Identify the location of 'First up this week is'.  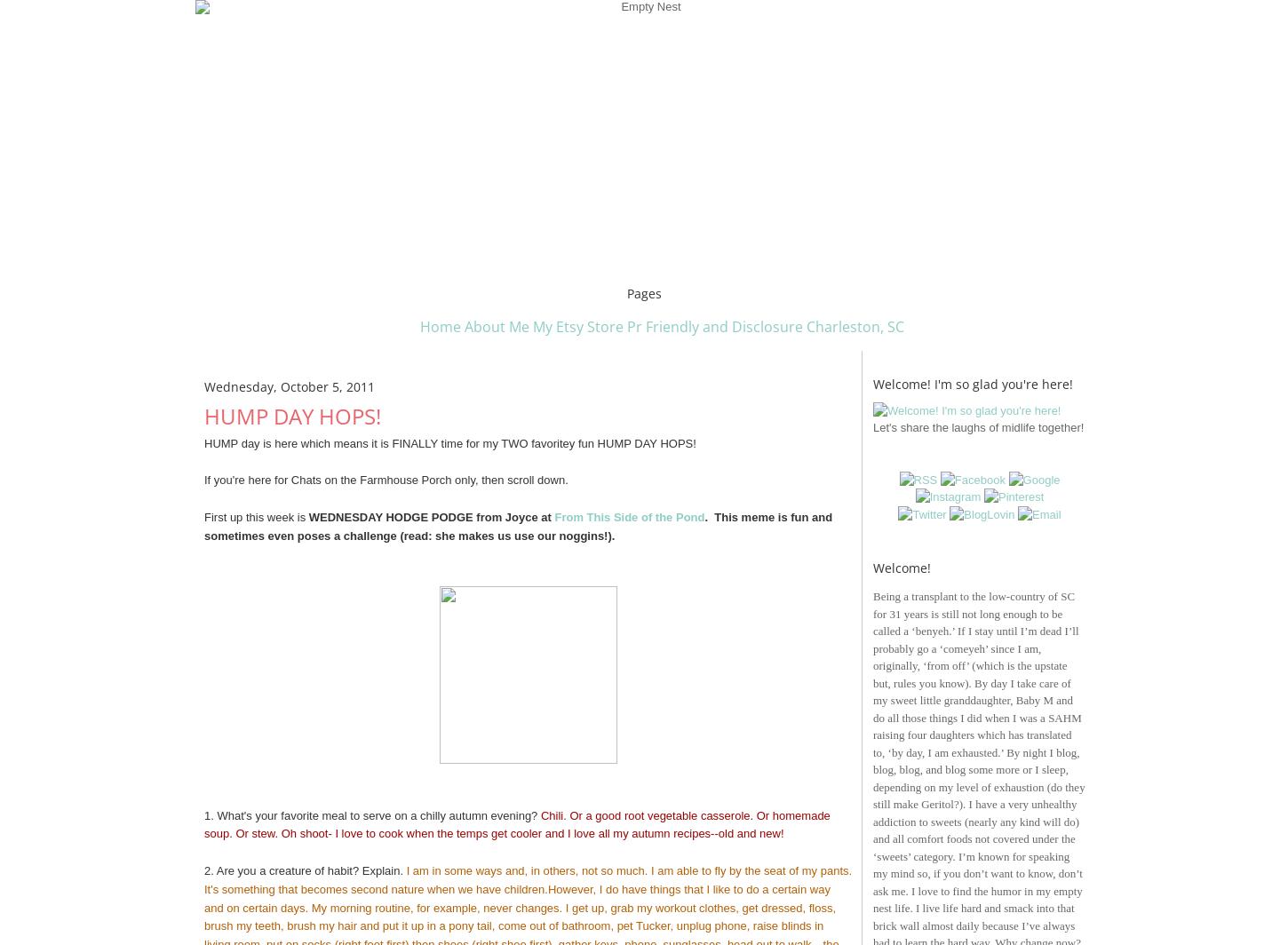
(203, 516).